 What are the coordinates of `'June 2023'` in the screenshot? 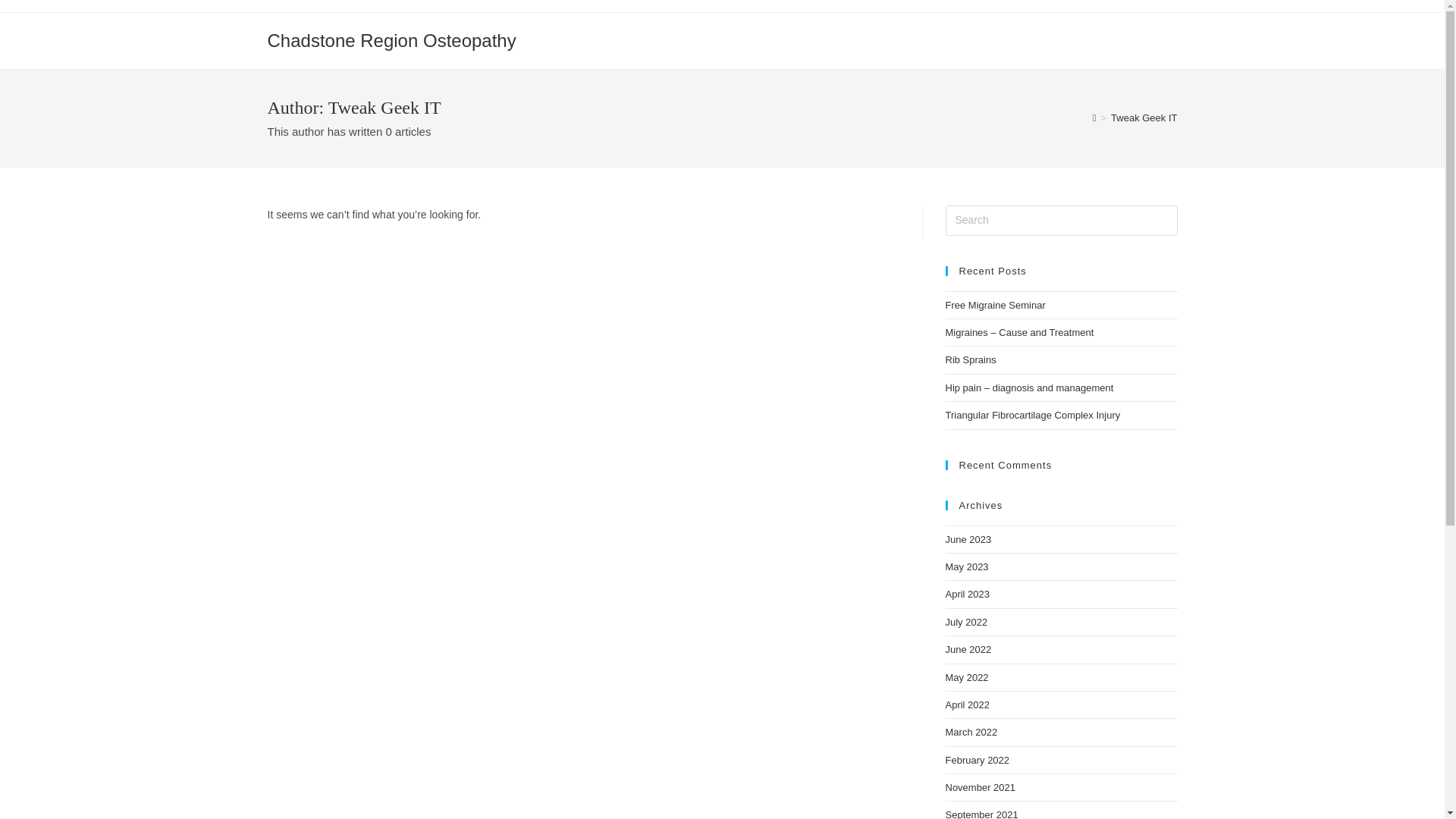 It's located at (967, 538).